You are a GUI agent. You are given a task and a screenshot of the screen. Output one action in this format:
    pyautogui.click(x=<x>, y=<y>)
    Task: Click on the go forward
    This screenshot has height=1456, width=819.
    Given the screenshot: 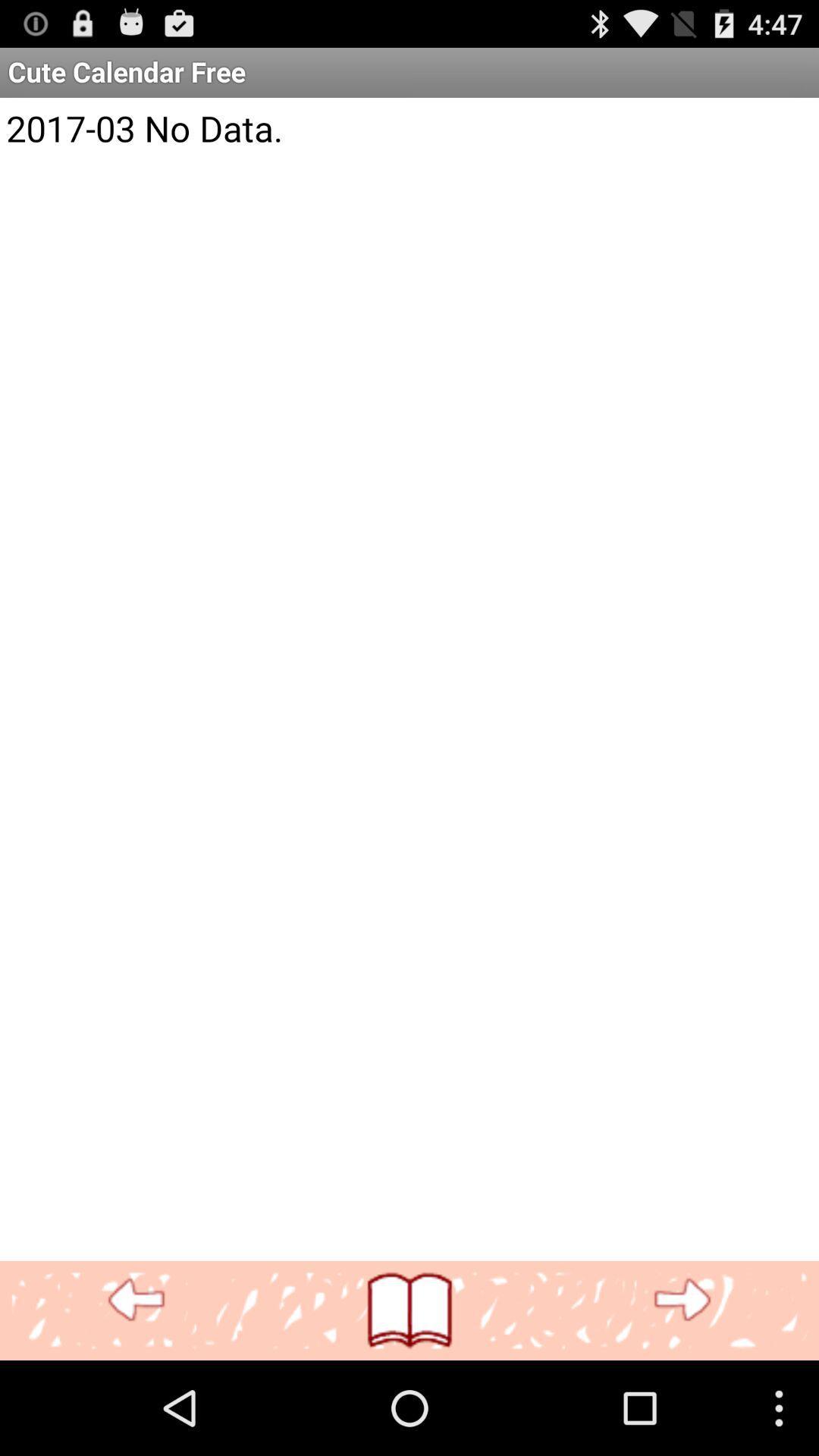 What is the action you would take?
    pyautogui.click(x=681, y=1300)
    